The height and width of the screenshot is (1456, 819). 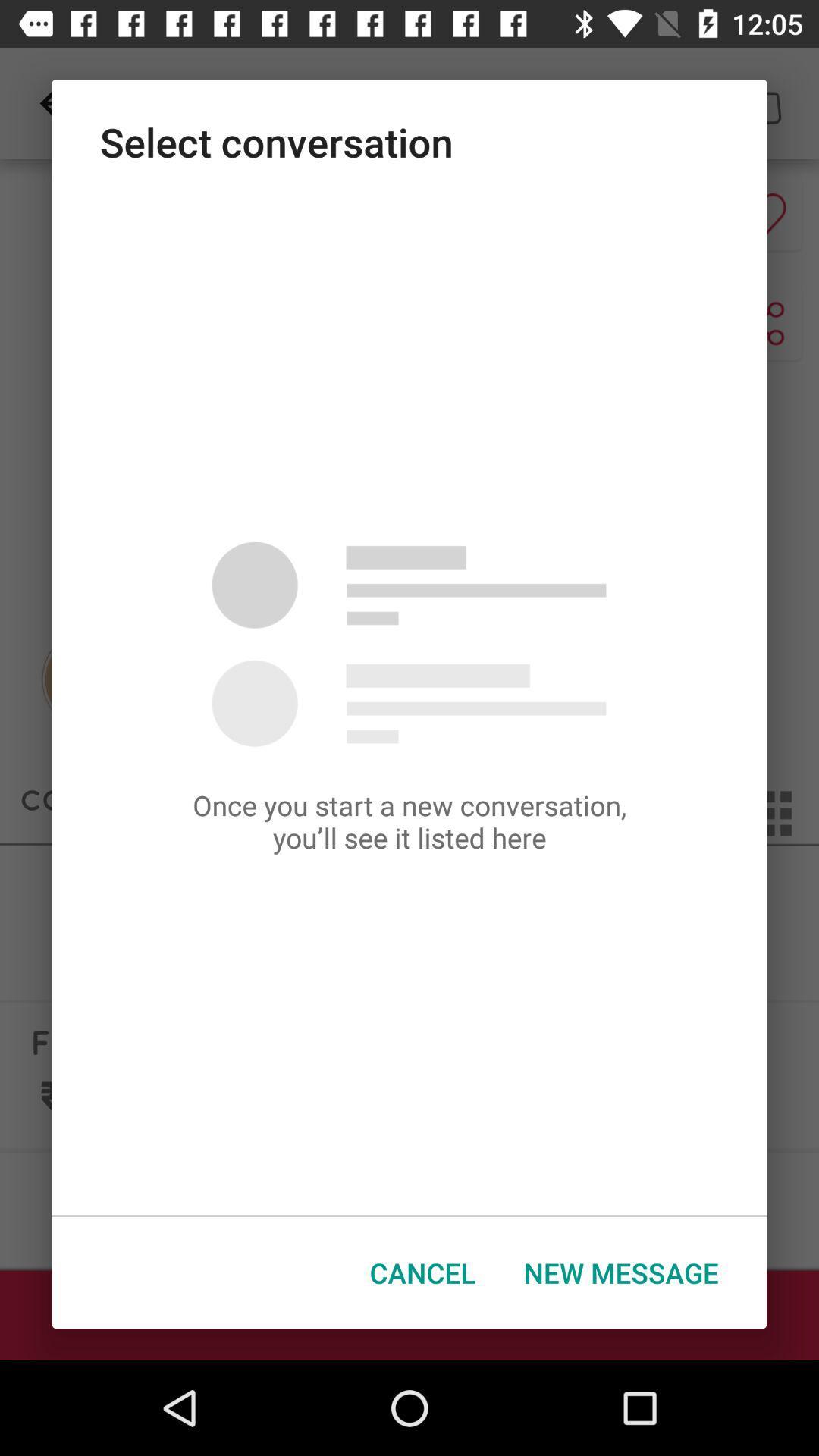 I want to click on the cancel icon, so click(x=422, y=1272).